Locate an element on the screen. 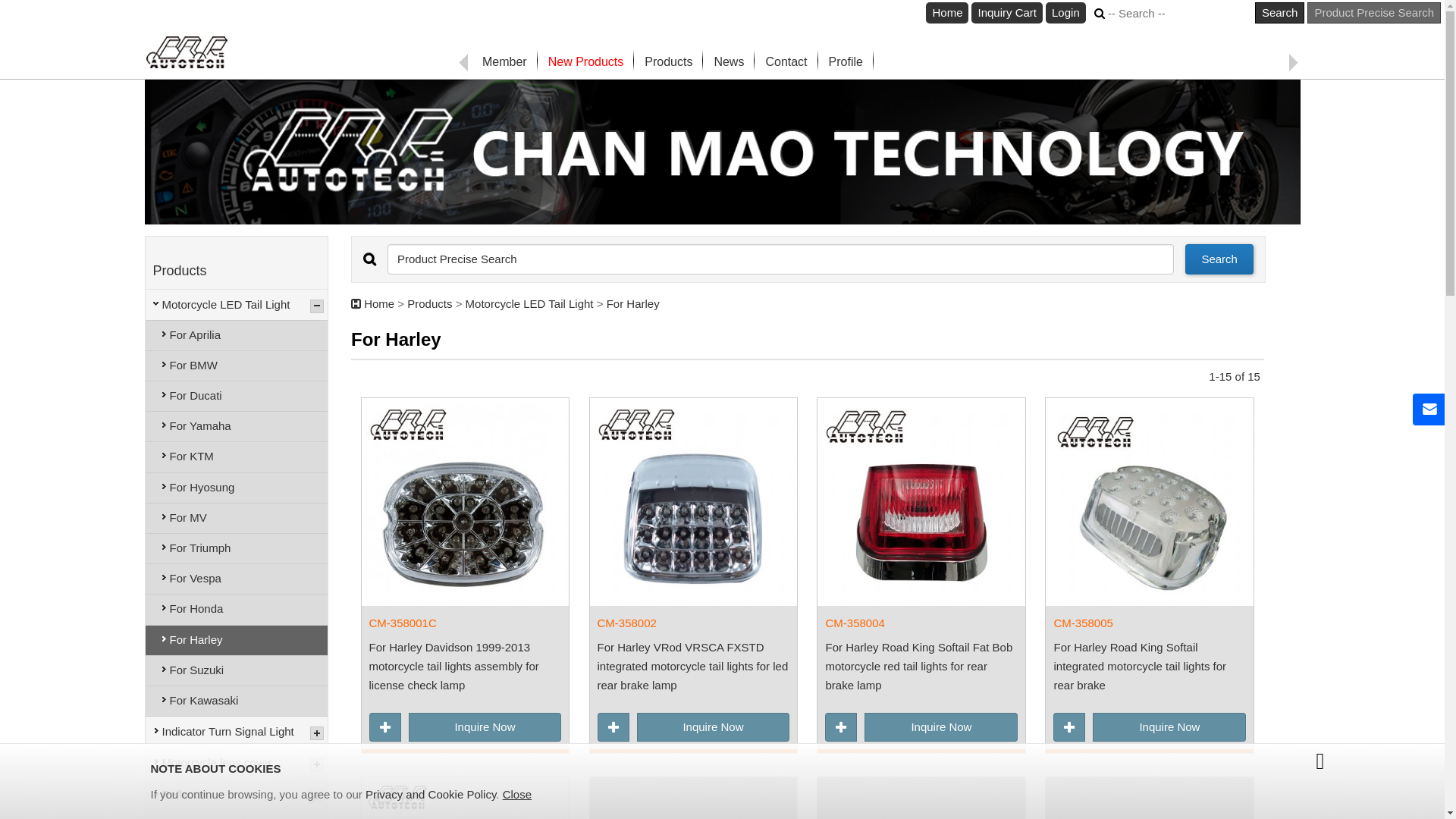  'Inquiry Cart' is located at coordinates (971, 12).